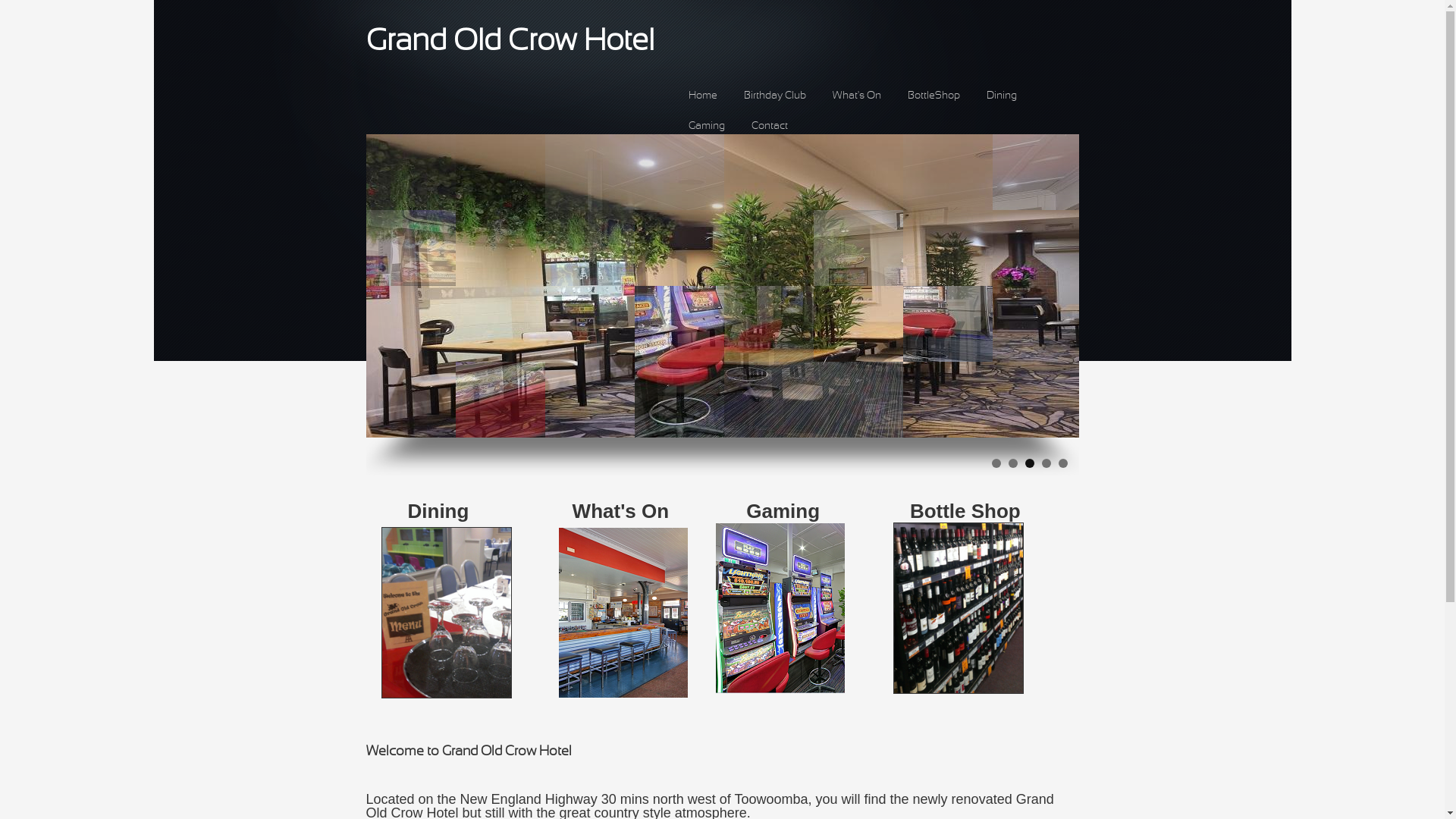 The width and height of the screenshot is (1456, 819). What do you see at coordinates (679, 125) in the screenshot?
I see `'Gaming'` at bounding box center [679, 125].